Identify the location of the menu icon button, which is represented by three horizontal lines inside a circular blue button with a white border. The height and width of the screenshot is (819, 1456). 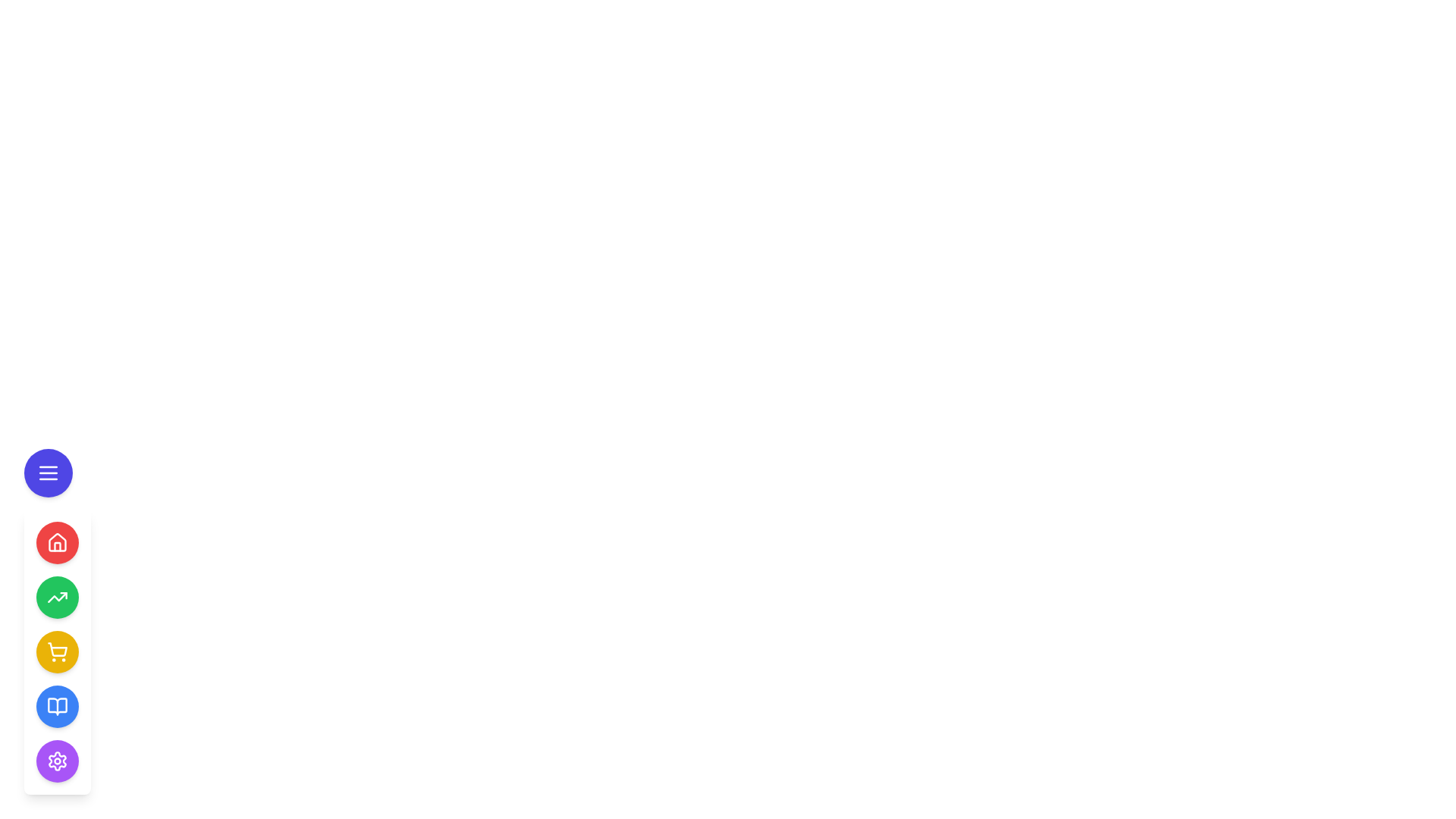
(48, 472).